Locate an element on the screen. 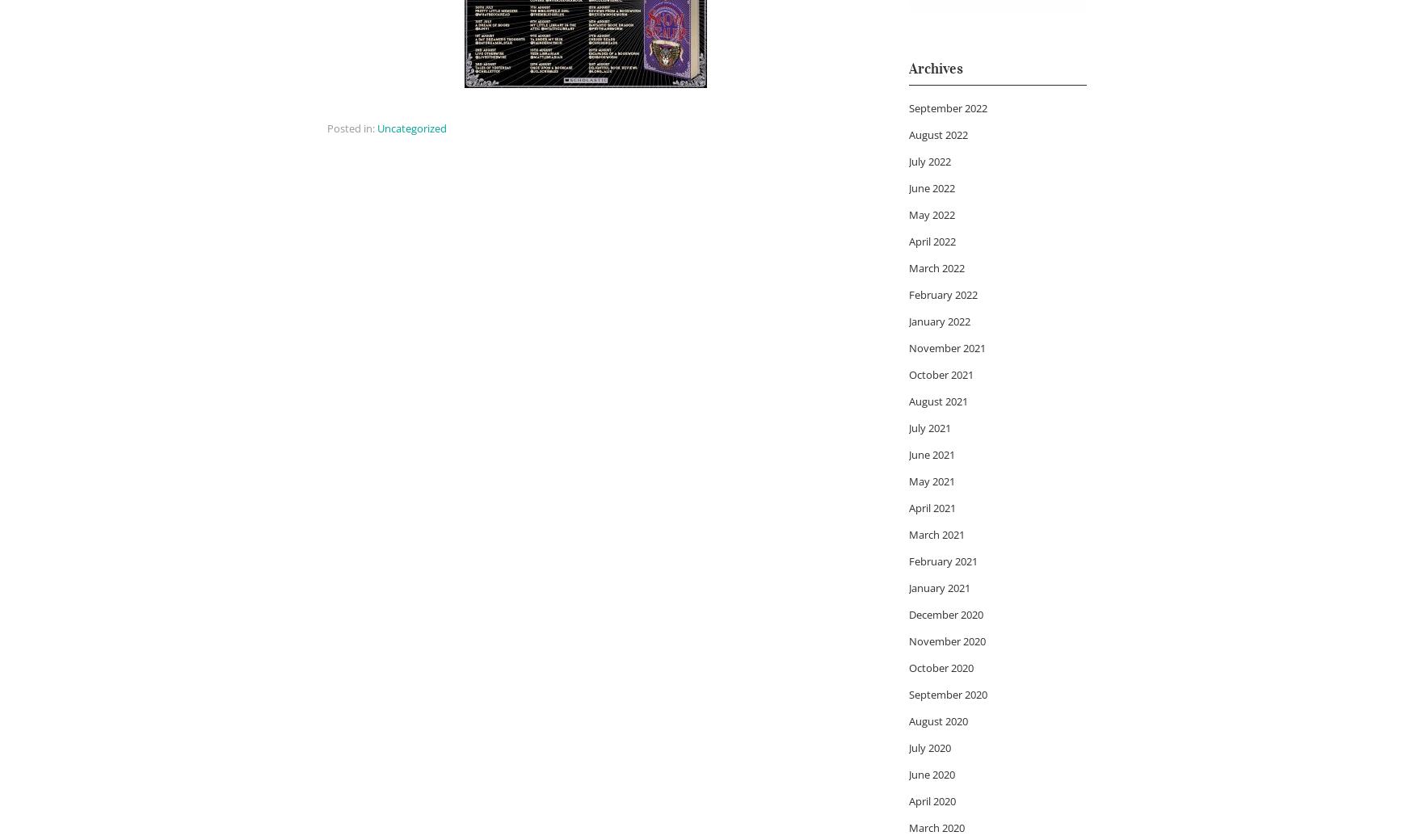 This screenshot has height=840, width=1414. 'November 2020' is located at coordinates (946, 640).